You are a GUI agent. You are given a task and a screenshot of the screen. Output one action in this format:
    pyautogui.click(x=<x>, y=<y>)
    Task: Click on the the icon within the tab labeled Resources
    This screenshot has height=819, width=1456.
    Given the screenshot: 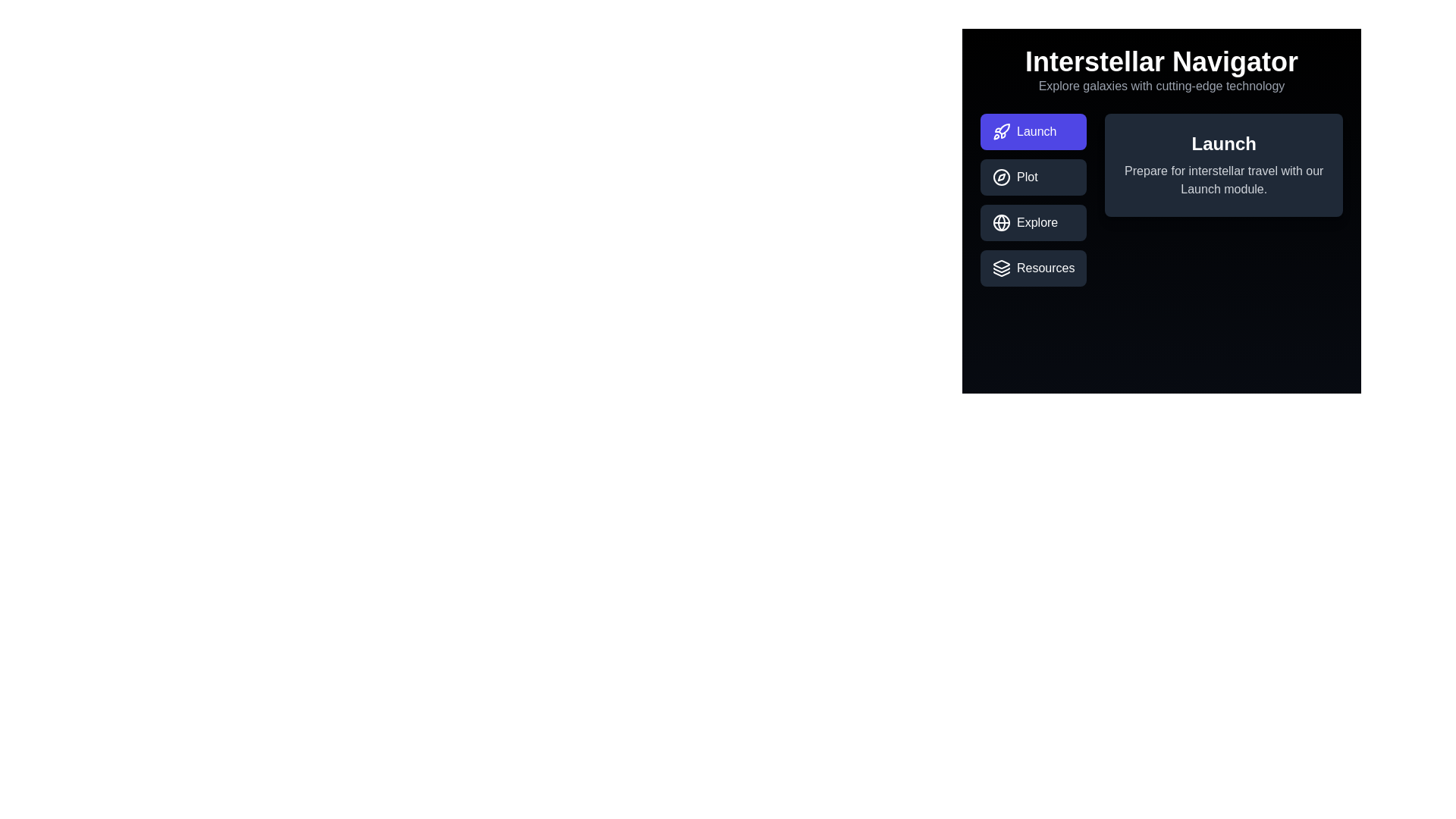 What is the action you would take?
    pyautogui.click(x=1001, y=268)
    